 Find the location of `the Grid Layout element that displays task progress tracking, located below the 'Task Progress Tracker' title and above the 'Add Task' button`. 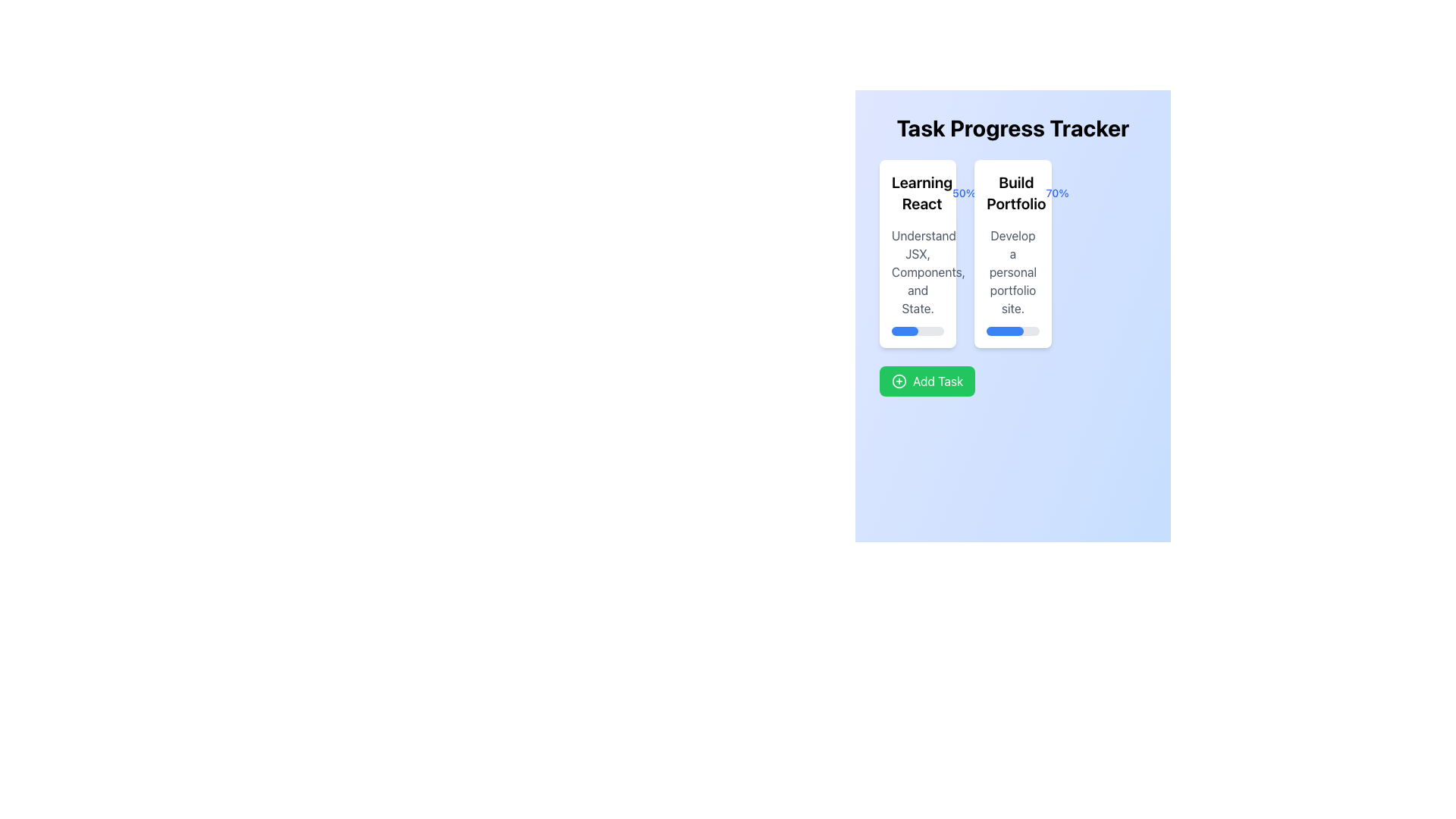

the Grid Layout element that displays task progress tracking, located below the 'Task Progress Tracker' title and above the 'Add Task' button is located at coordinates (1012, 253).